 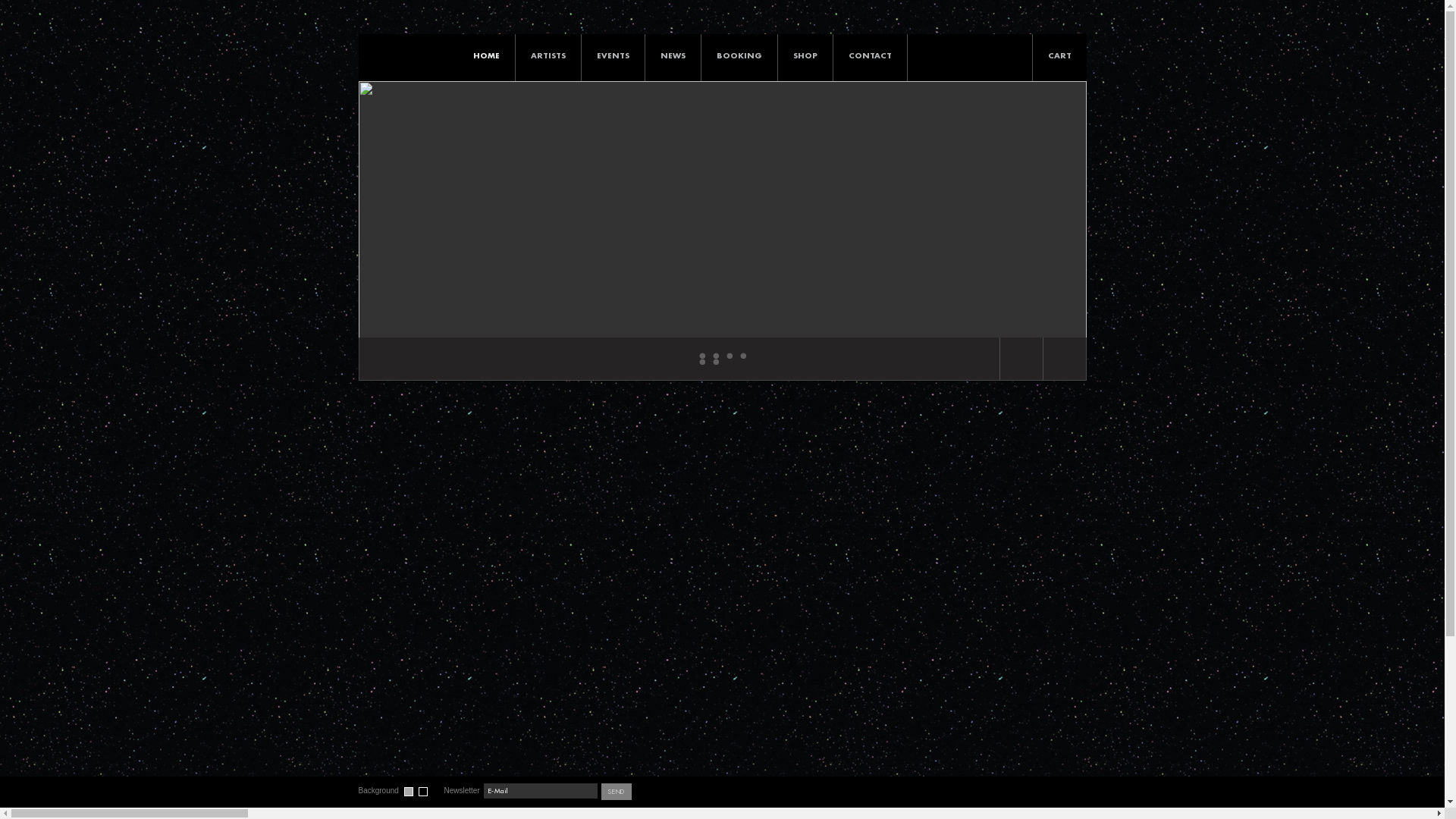 I want to click on 'Send', so click(x=600, y=791).